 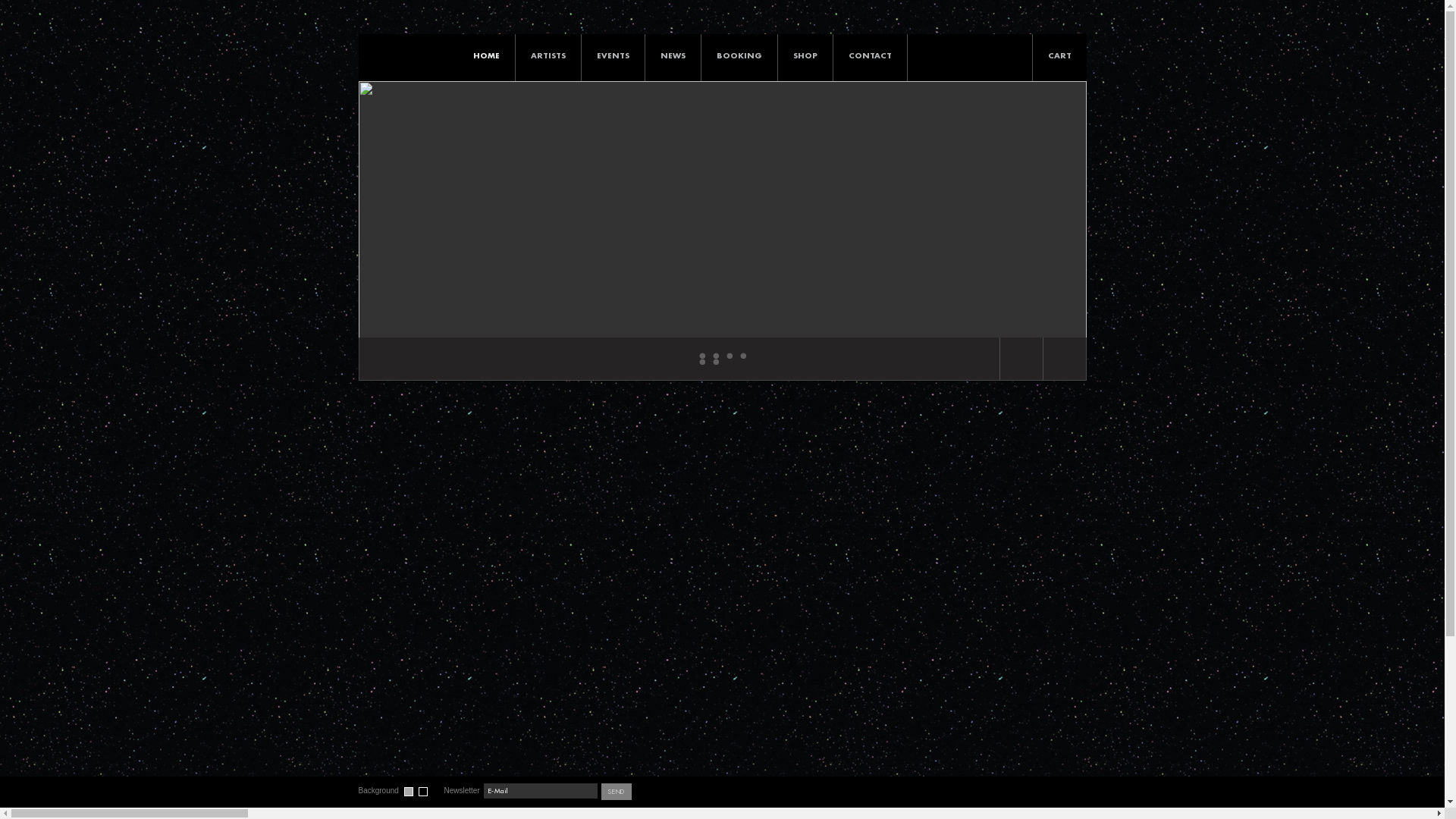 I want to click on 'Send', so click(x=600, y=791).